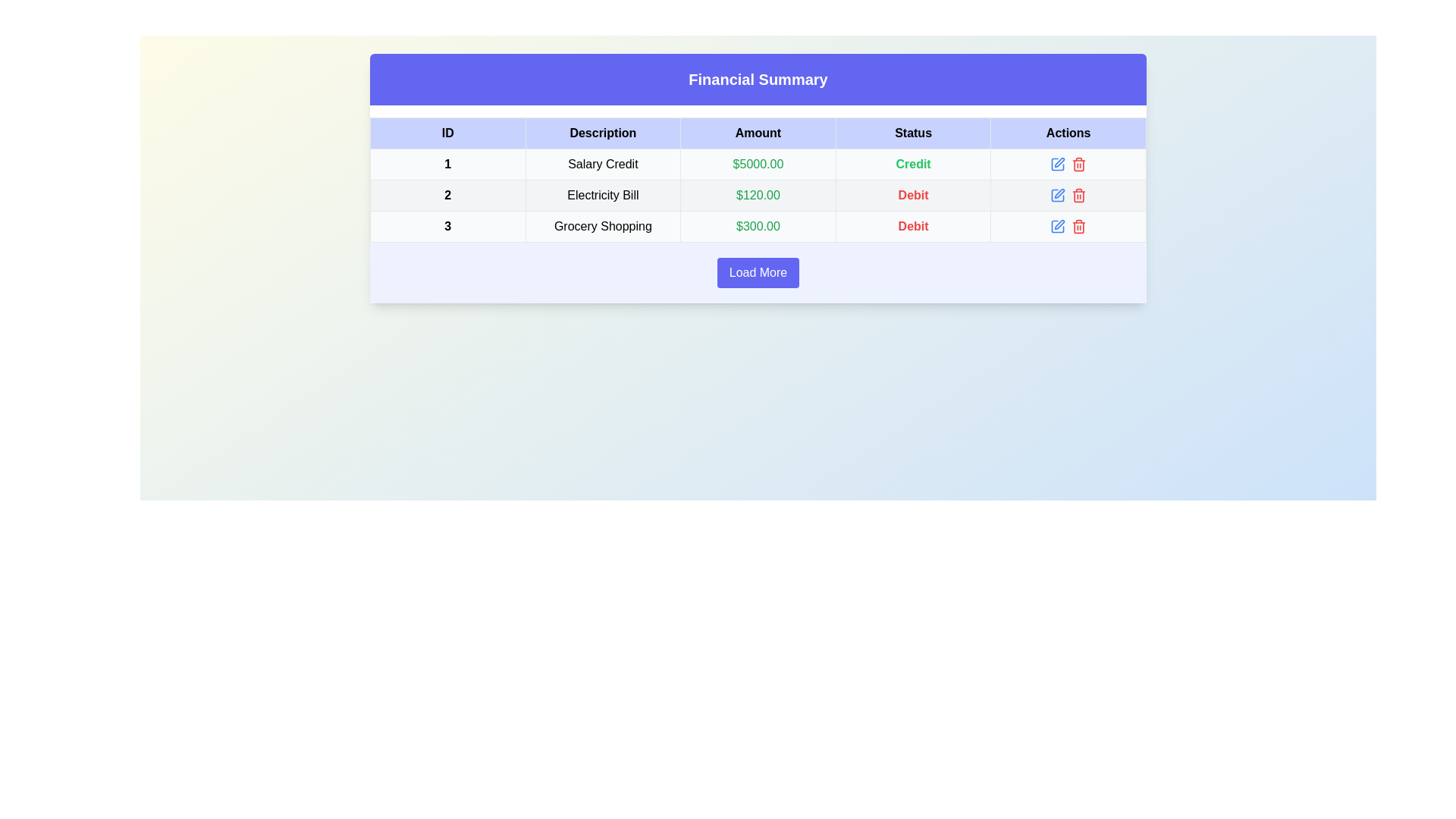 This screenshot has height=819, width=1456. I want to click on keyboard navigation, so click(1068, 164).